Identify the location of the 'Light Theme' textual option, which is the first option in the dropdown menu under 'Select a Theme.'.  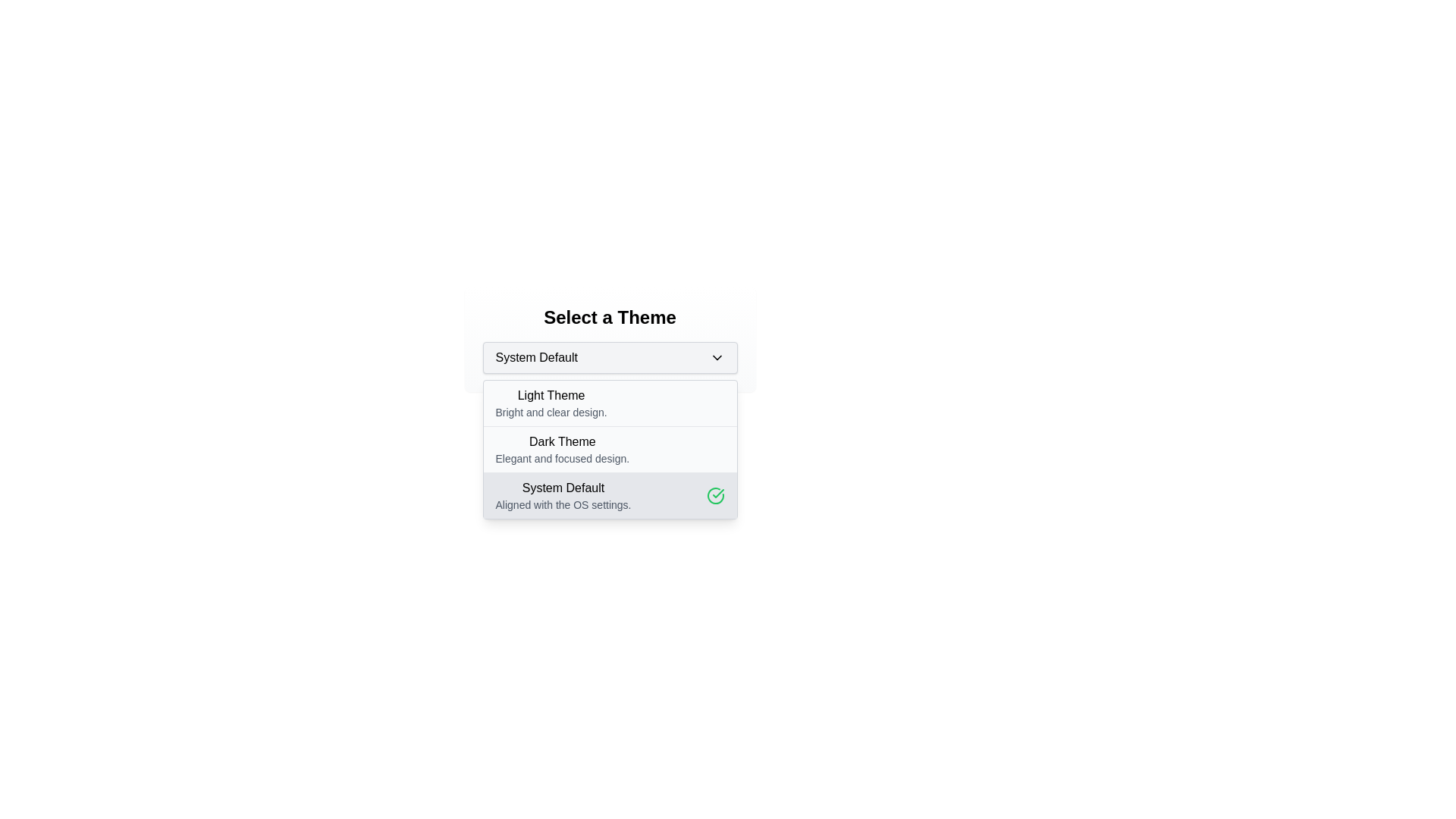
(551, 403).